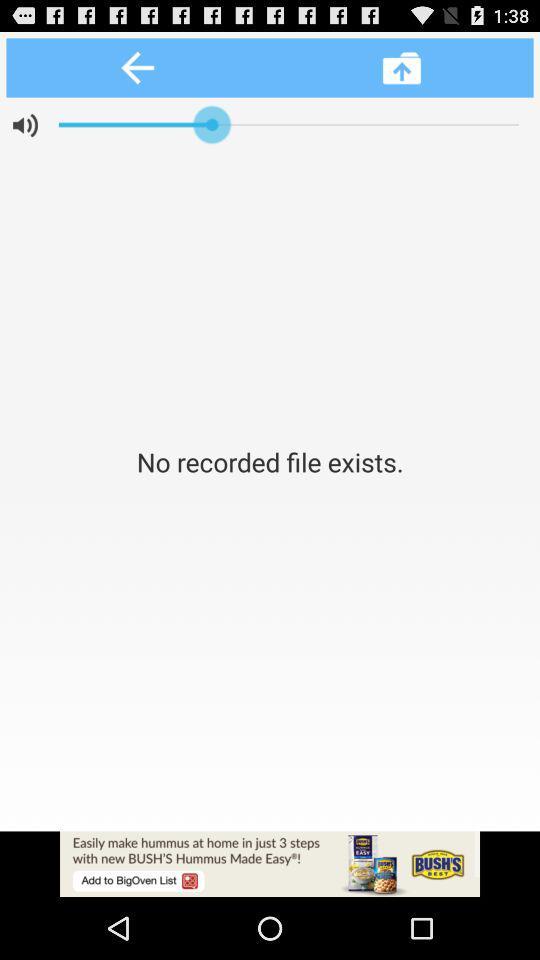 The width and height of the screenshot is (540, 960). What do you see at coordinates (270, 863) in the screenshot?
I see `advertisement` at bounding box center [270, 863].